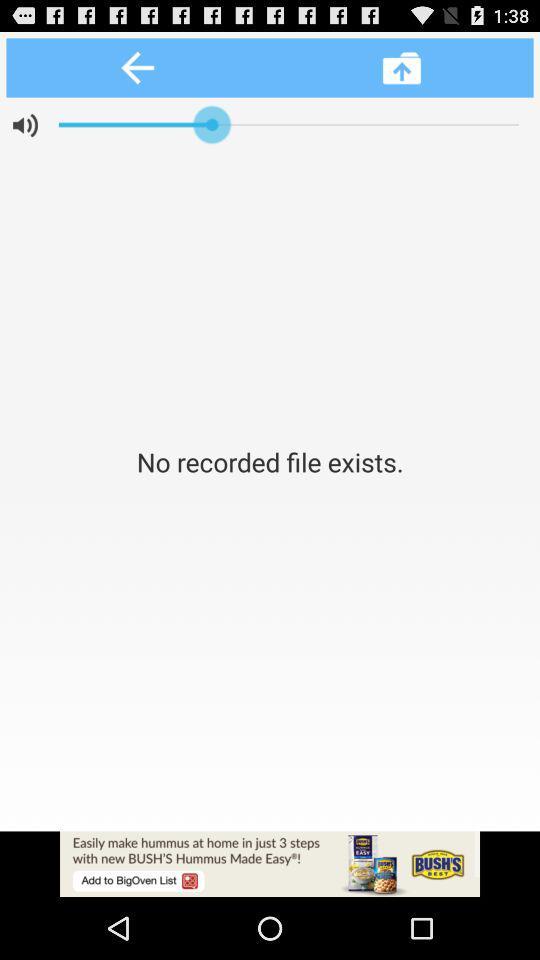 The width and height of the screenshot is (540, 960). What do you see at coordinates (270, 863) in the screenshot?
I see `advertisement` at bounding box center [270, 863].